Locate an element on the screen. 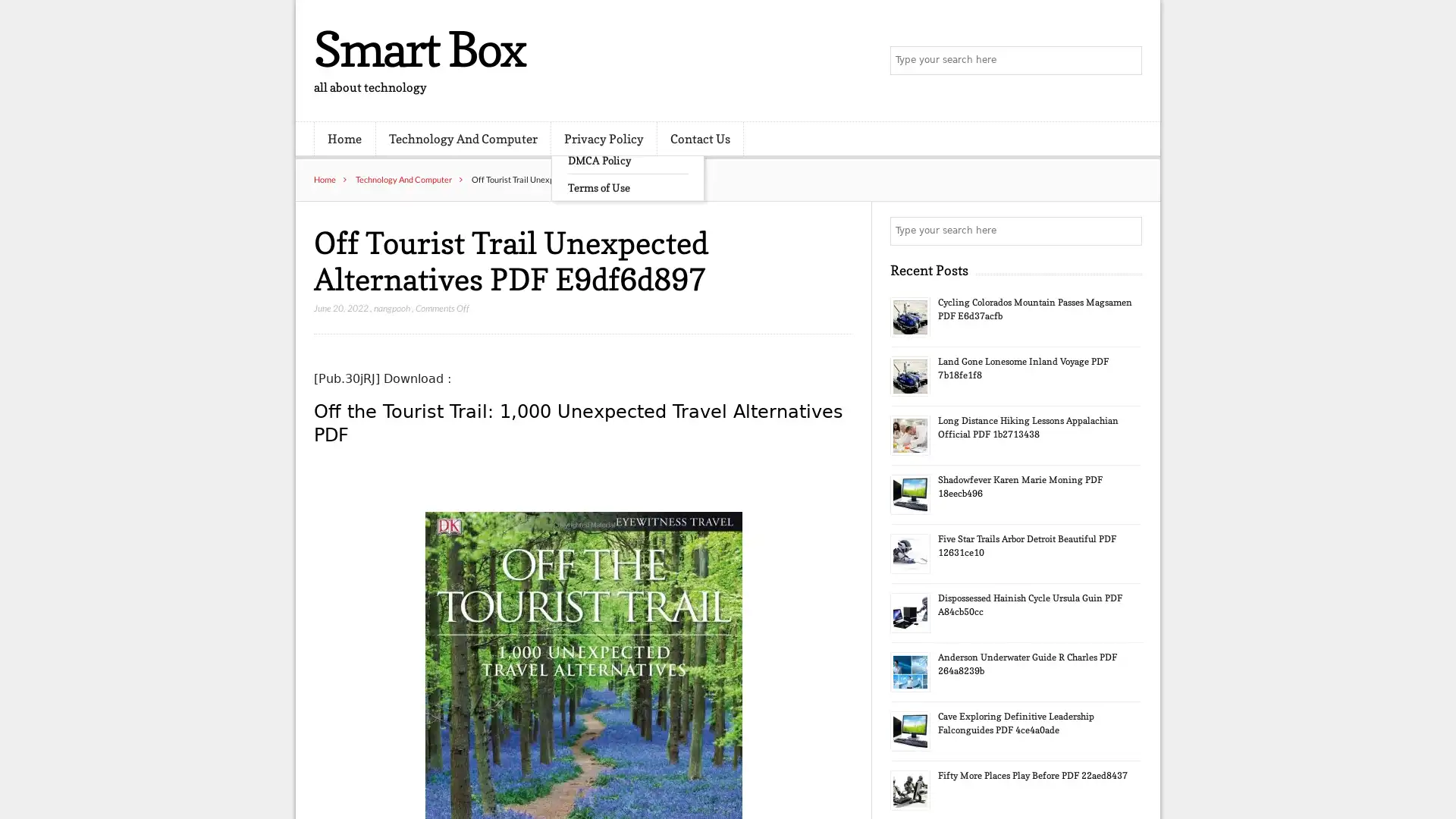 The image size is (1456, 819). Search is located at coordinates (1126, 61).